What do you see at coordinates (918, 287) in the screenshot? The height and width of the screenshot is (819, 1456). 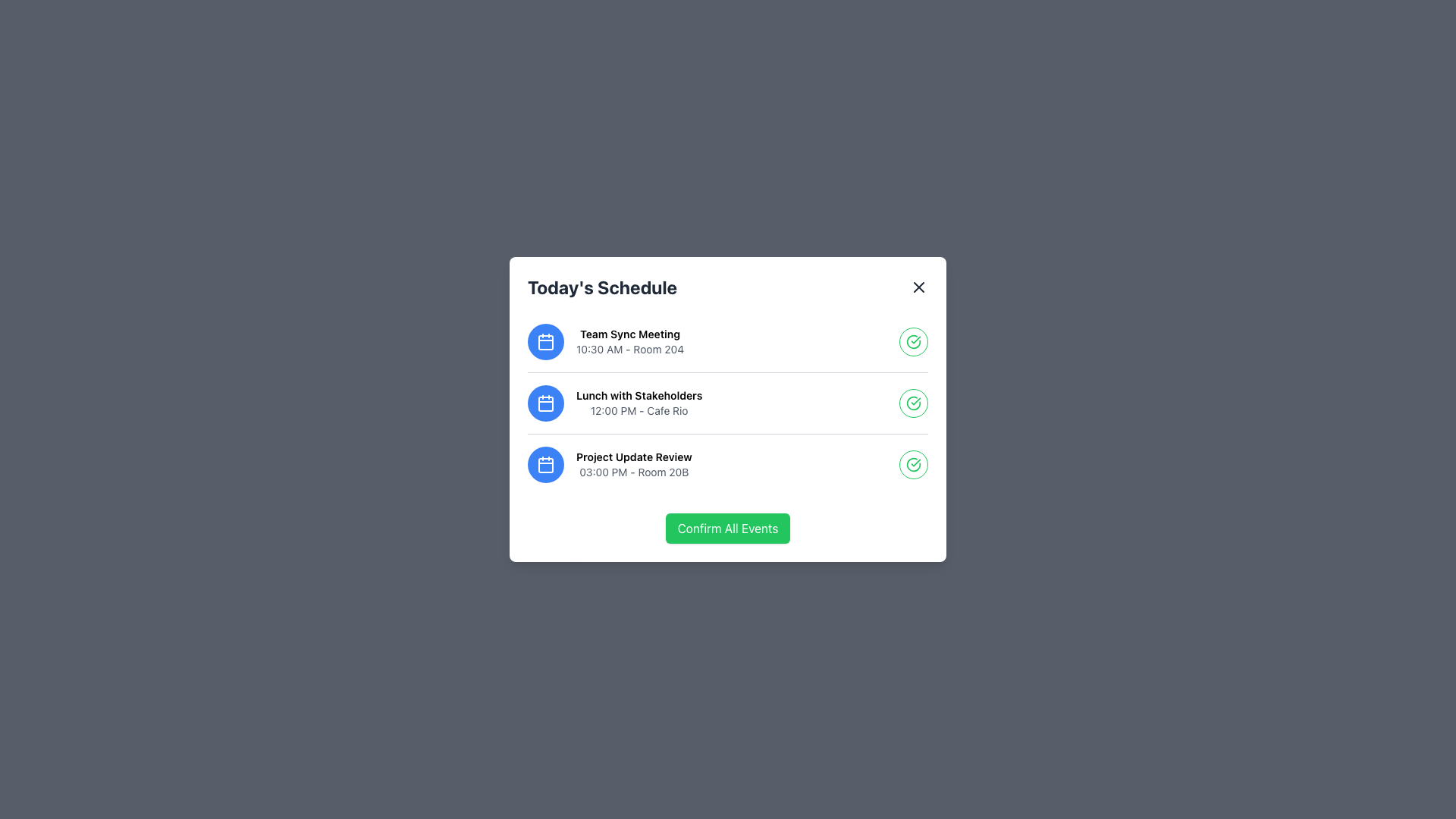 I see `the Close Button (Icon) represented by an 'X' shape, located in the top-right corner of the modal box titled 'Today's Schedule', to navigate` at bounding box center [918, 287].